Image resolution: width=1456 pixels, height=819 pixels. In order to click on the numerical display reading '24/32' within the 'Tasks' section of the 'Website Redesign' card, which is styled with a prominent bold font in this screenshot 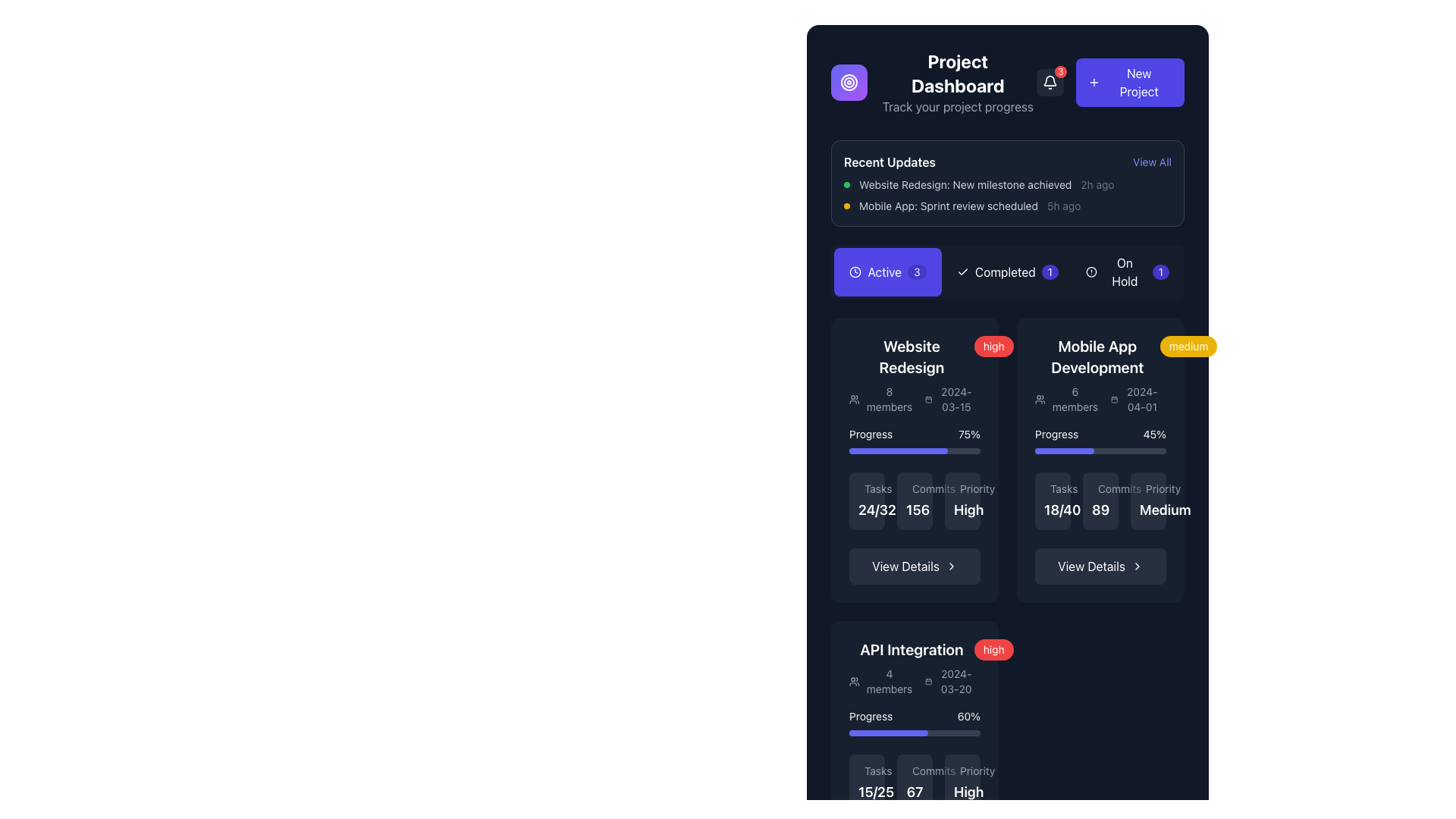, I will do `click(877, 510)`.